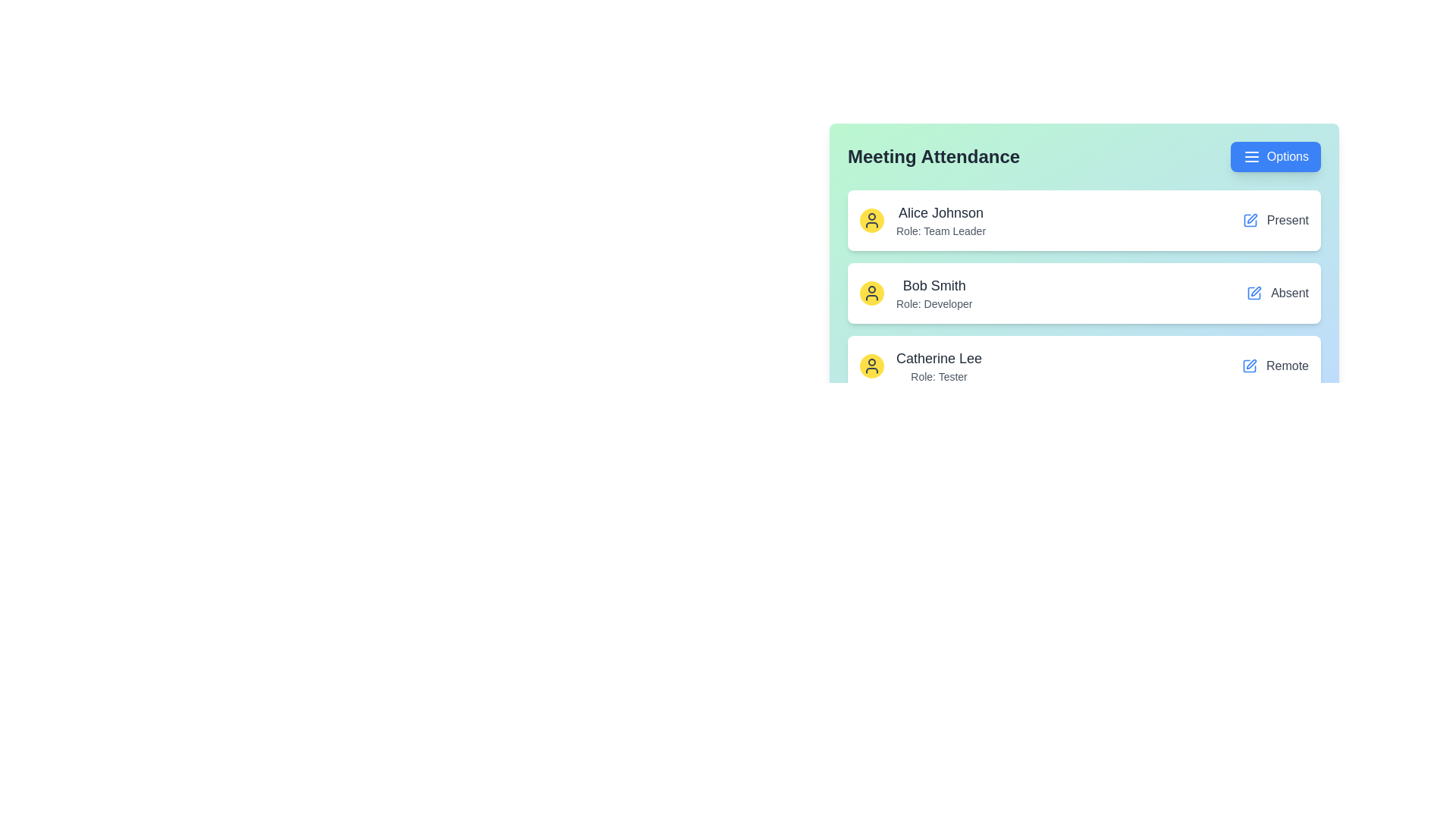  I want to click on the informative text displaying 'Role: Developer' which is located beneath the name 'Bob Smith' in gray color, so click(934, 304).